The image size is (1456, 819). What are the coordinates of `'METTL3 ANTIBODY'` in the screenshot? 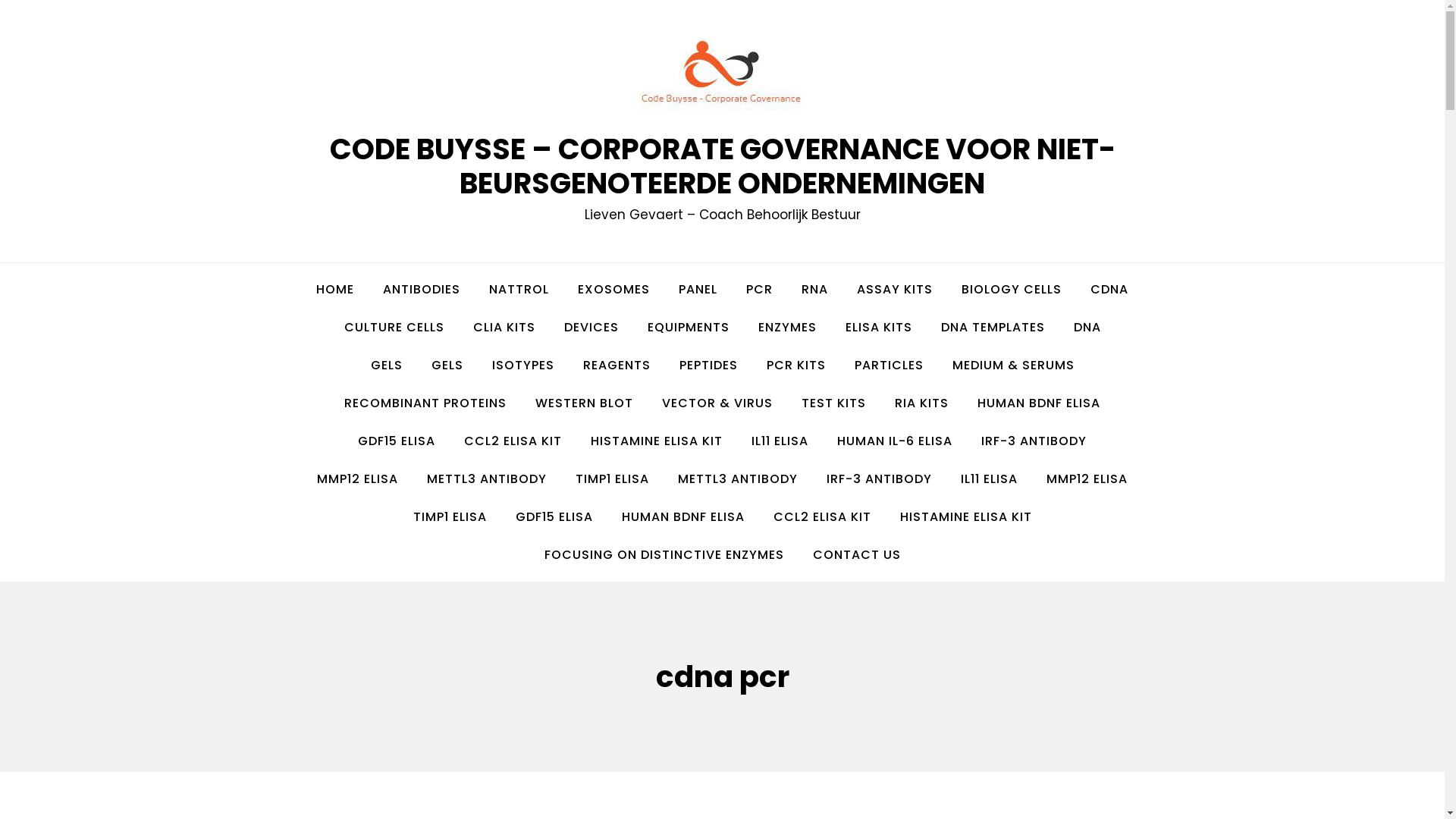 It's located at (738, 479).